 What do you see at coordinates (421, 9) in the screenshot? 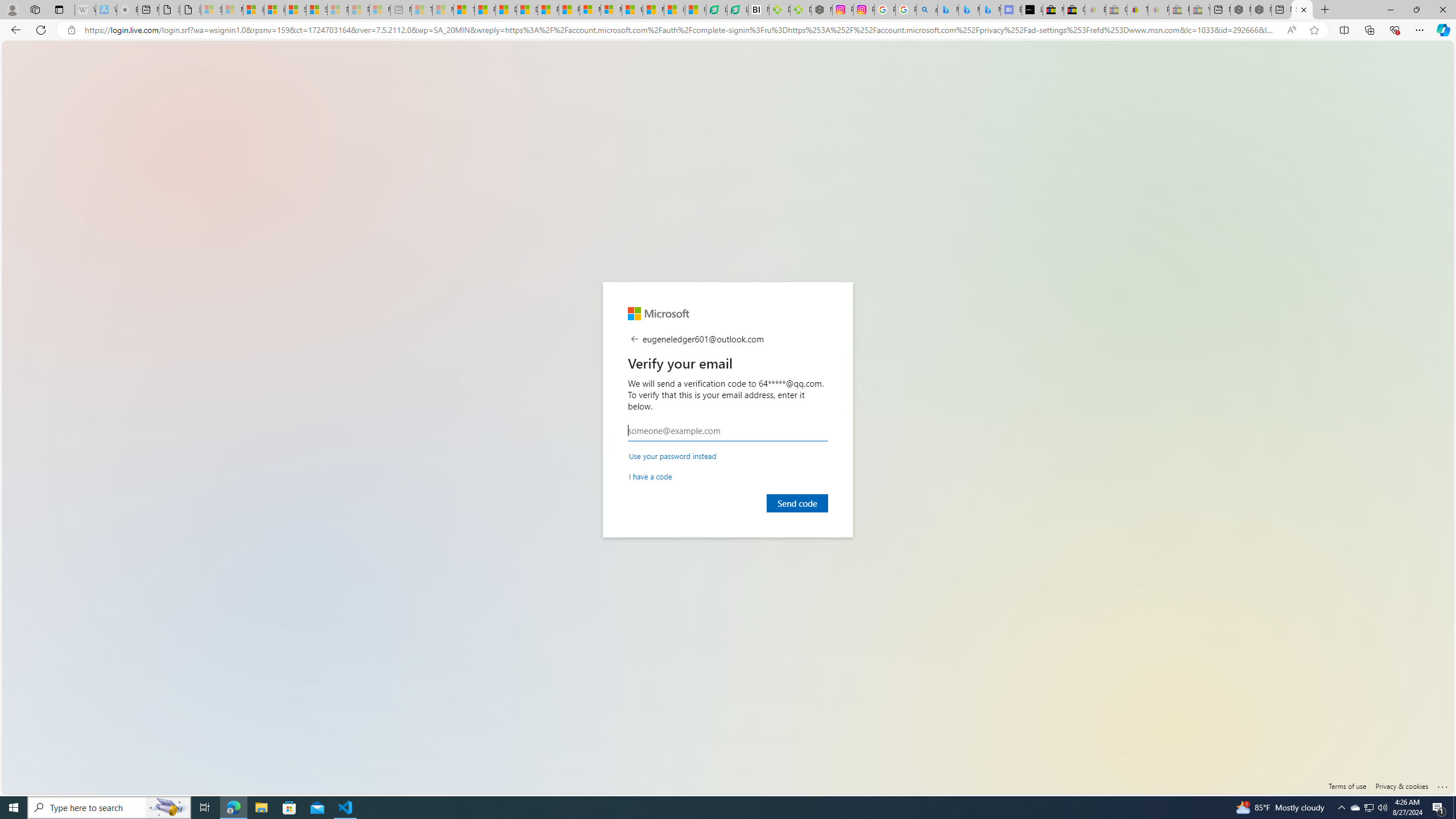
I see `'Top Stories - MSN - Sleeping'` at bounding box center [421, 9].